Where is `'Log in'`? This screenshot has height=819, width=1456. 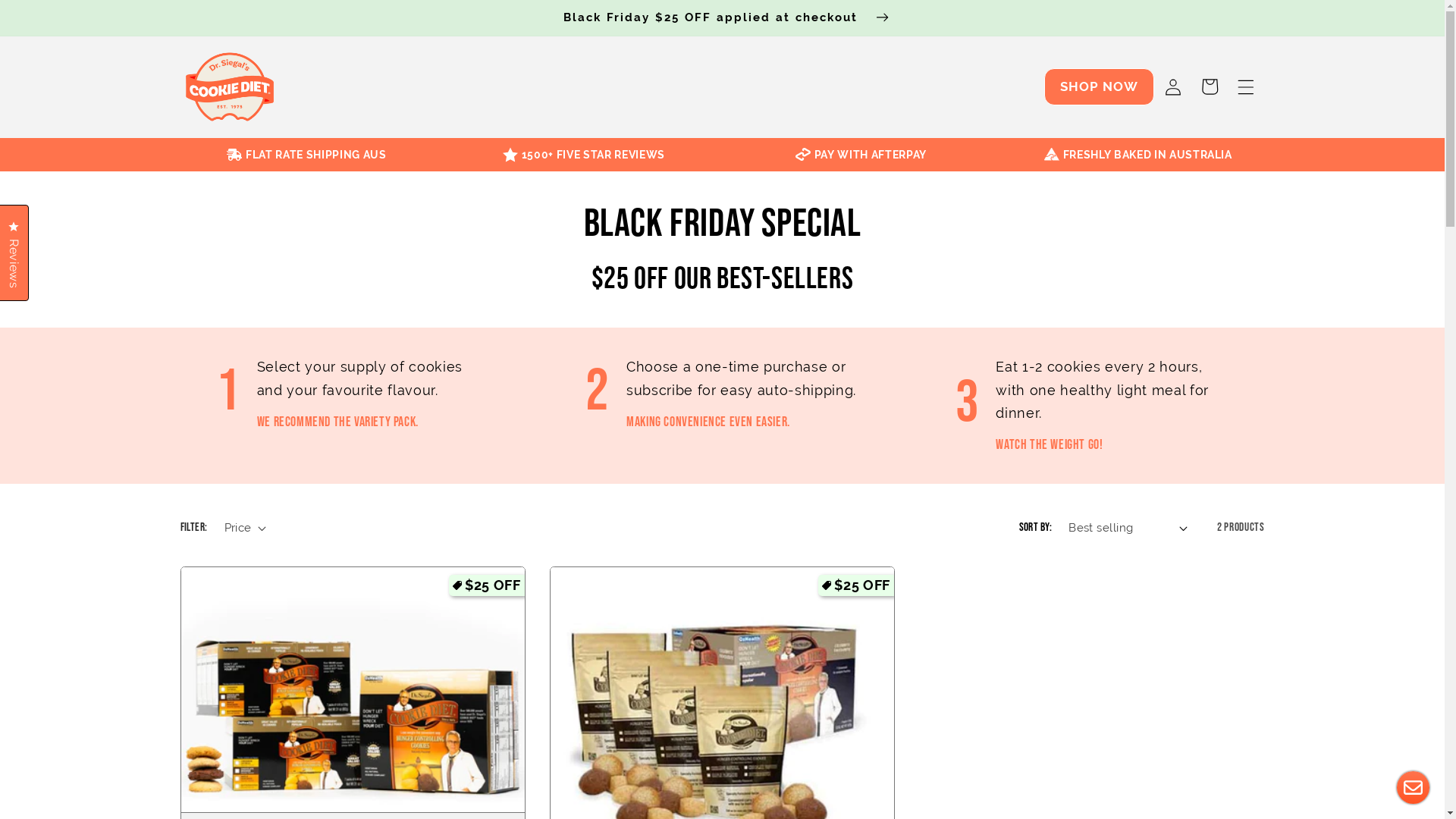 'Log in' is located at coordinates (1171, 86).